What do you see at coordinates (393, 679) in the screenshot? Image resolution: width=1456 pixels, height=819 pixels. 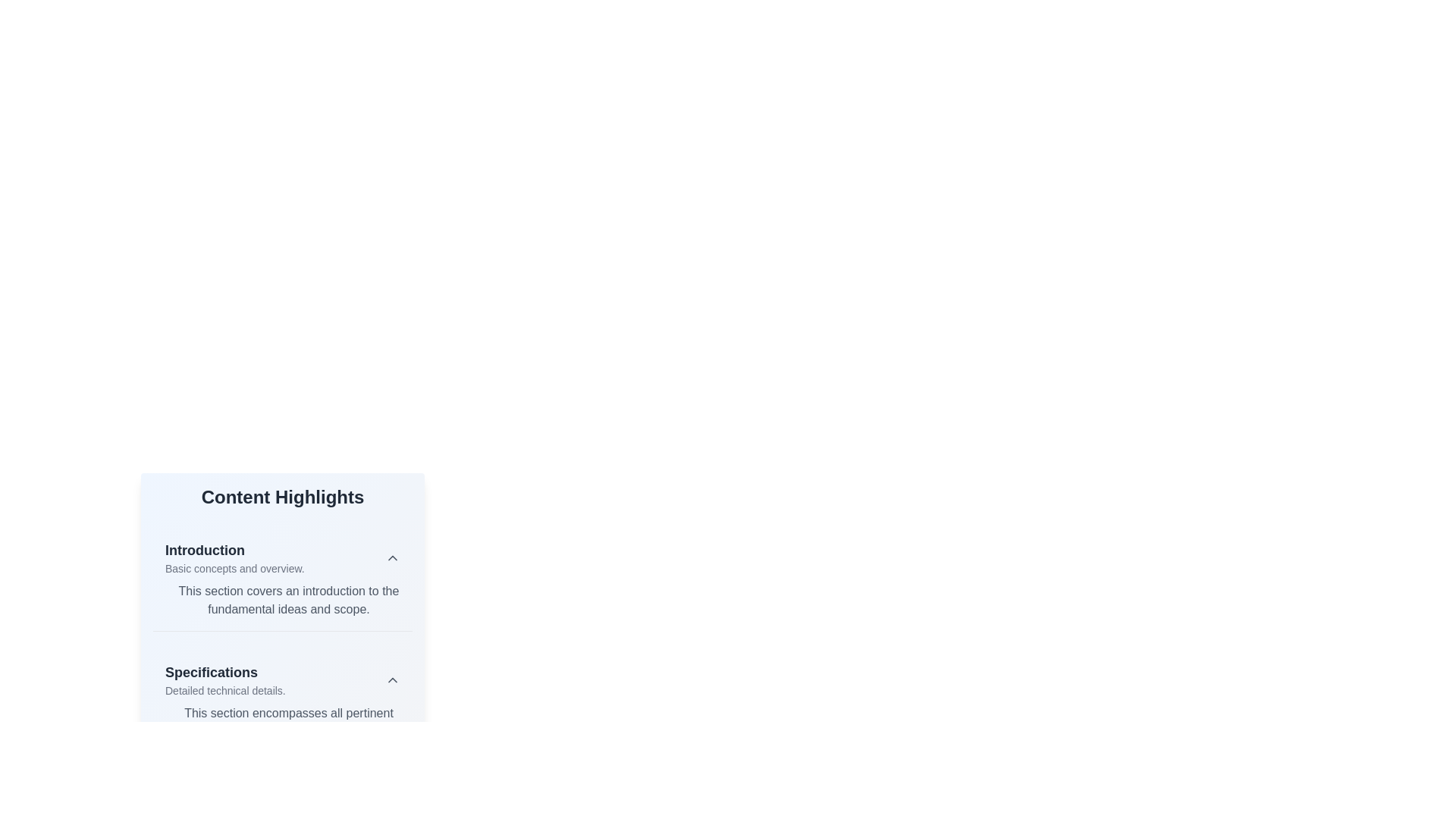 I see `the chevron icon located to the far right of the 'Specifications' section` at bounding box center [393, 679].